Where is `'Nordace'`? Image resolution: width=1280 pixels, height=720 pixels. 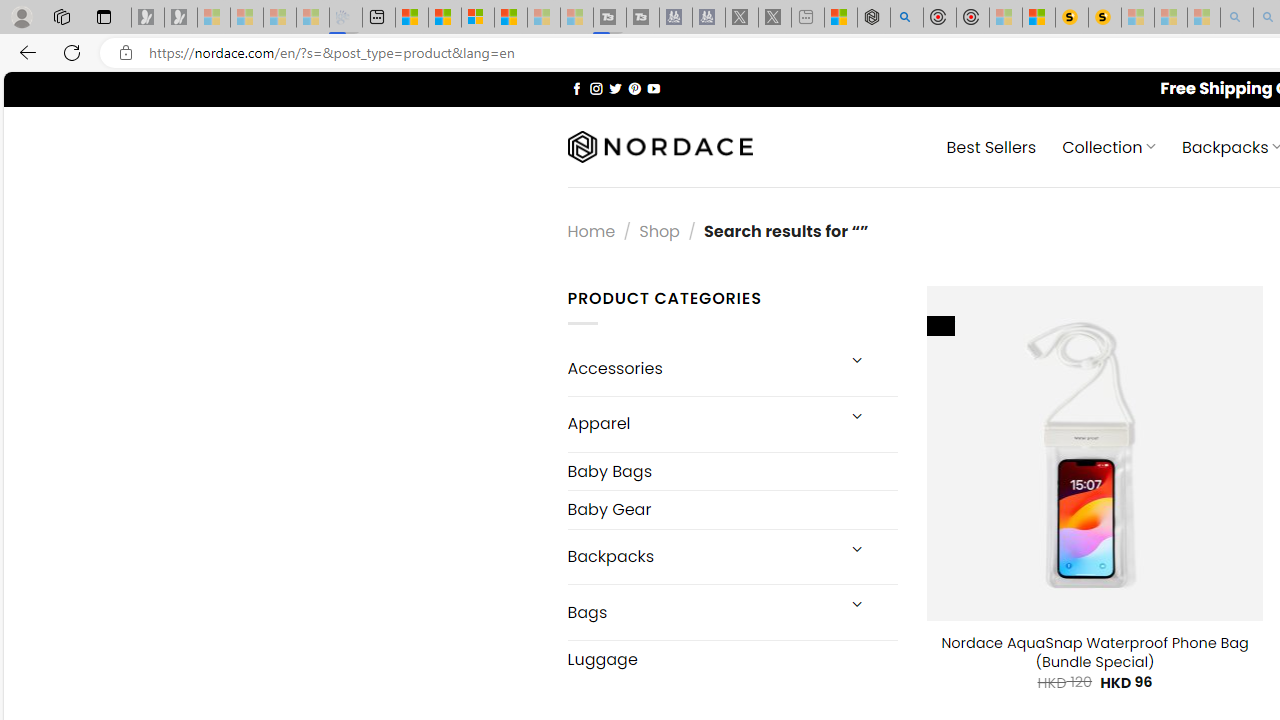
'Nordace' is located at coordinates (659, 146).